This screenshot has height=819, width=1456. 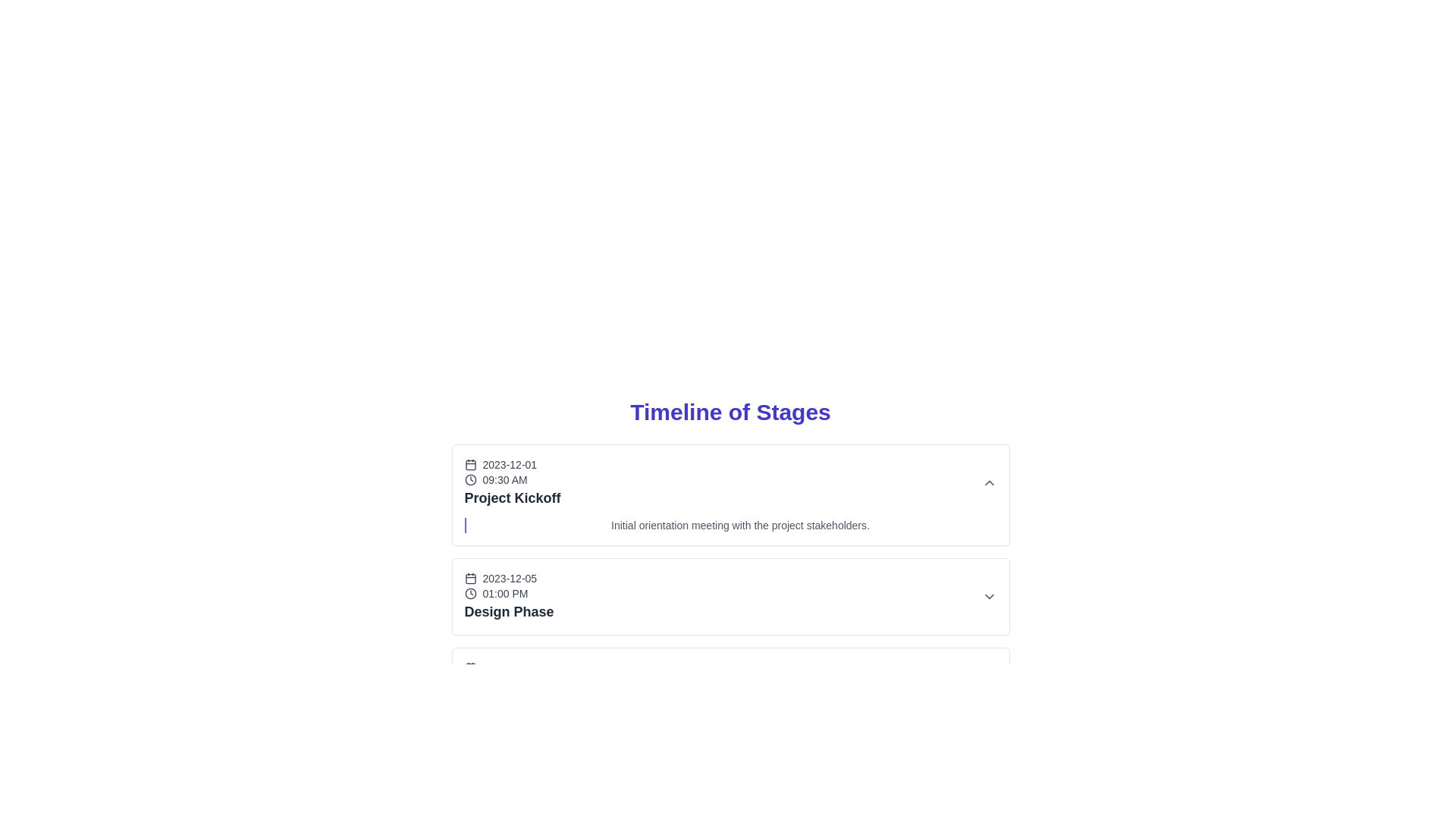 I want to click on the chevron toggle icon located to the right of the text '2023-12-01 09:30 AM Project Kickoff', so click(x=989, y=482).